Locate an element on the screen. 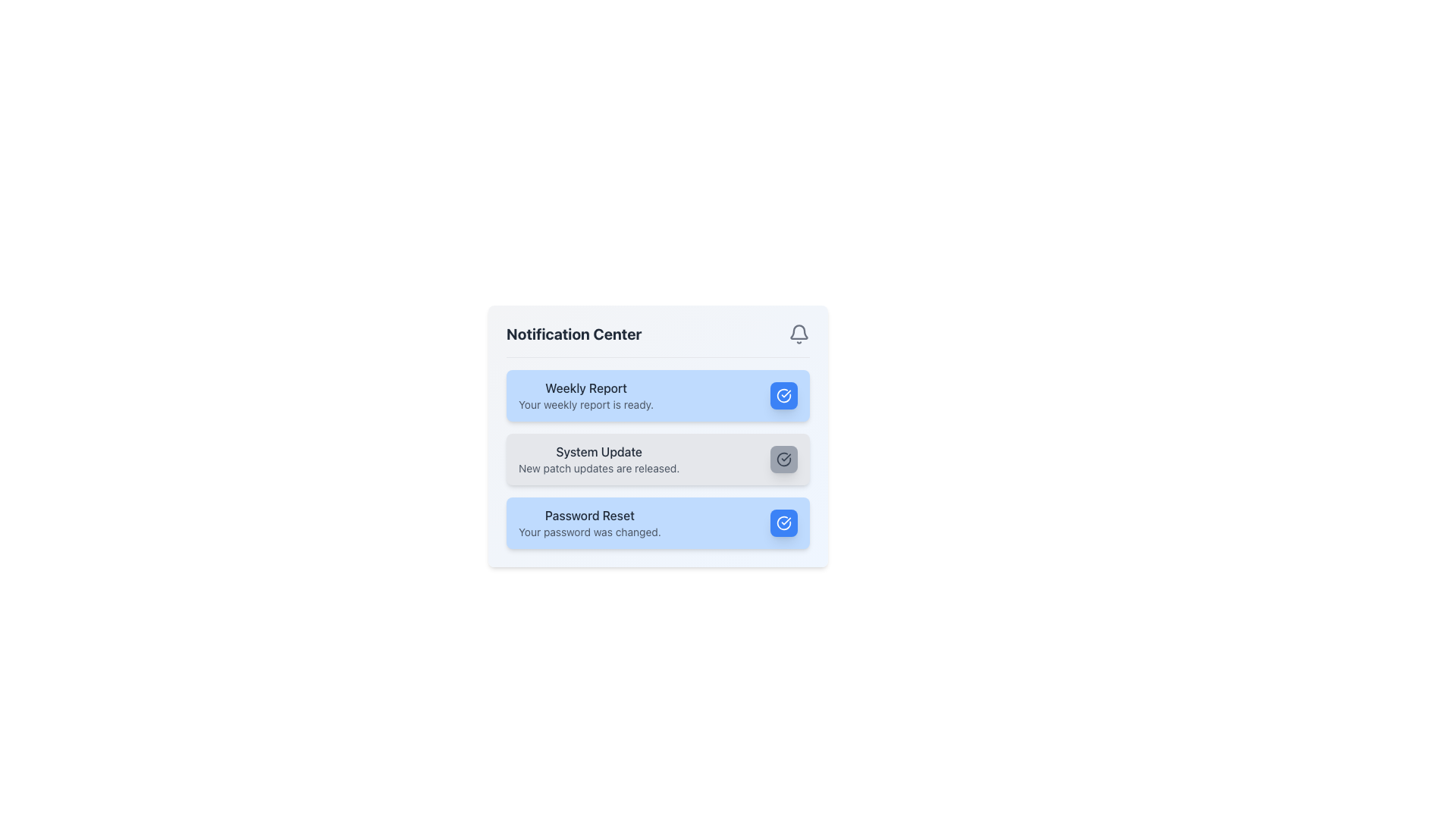  the confirmation button located at the top-right corner of the 'System Update' notification card is located at coordinates (783, 458).